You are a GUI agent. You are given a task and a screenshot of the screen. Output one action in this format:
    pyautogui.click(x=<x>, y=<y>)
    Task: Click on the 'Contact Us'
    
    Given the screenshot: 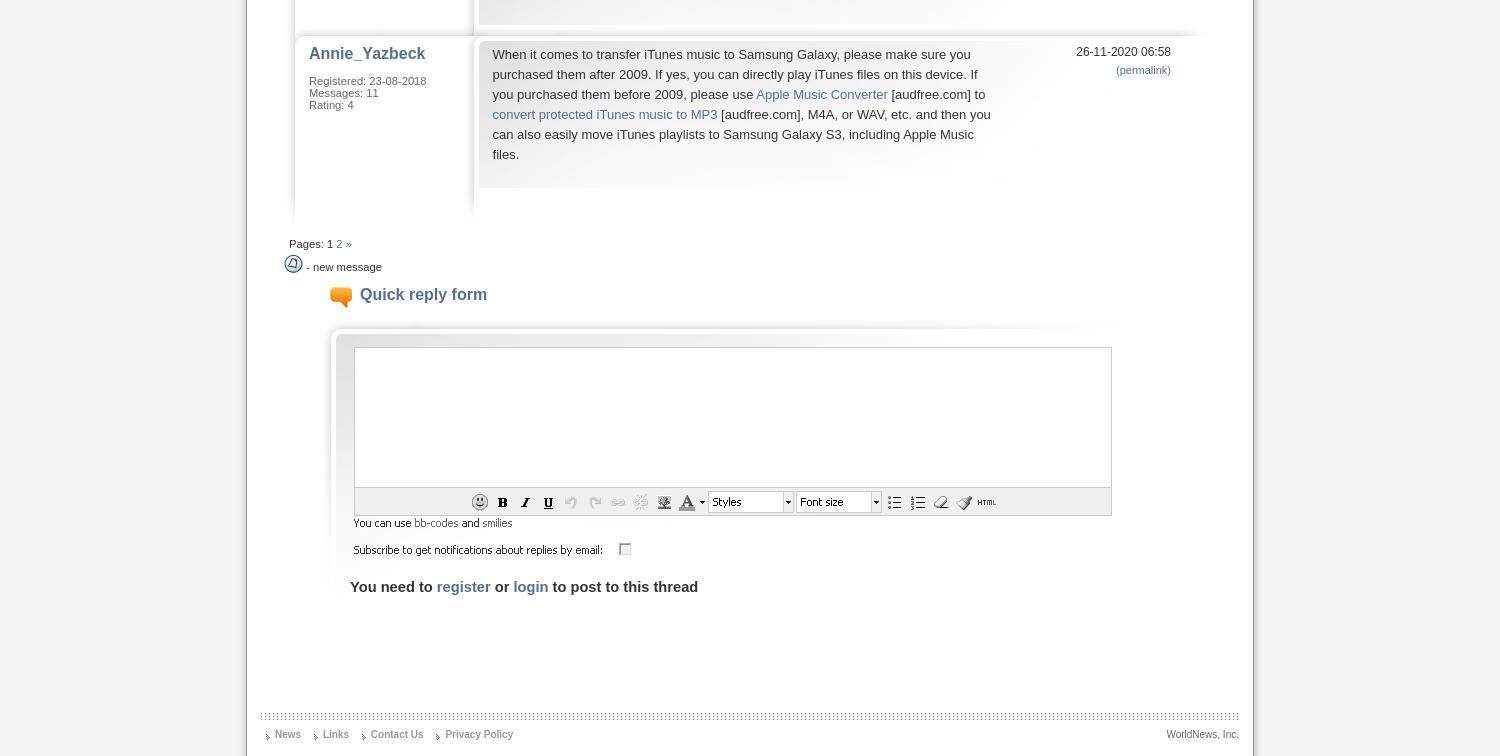 What is the action you would take?
    pyautogui.click(x=396, y=734)
    